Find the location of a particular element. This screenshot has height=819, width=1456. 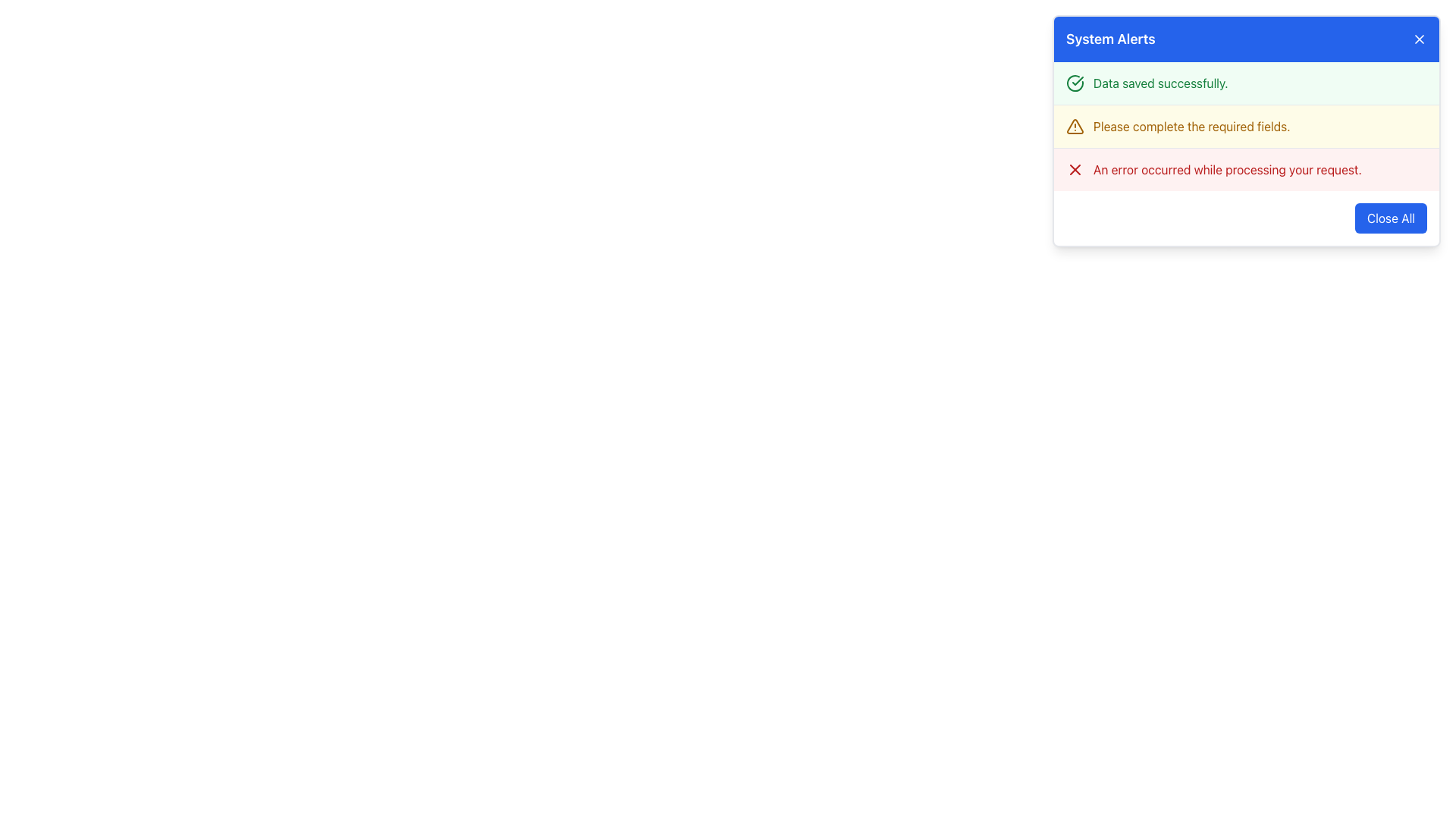

the triangle warning icon component located in the second row of icons in the top-right section of the notification card is located at coordinates (1074, 125).